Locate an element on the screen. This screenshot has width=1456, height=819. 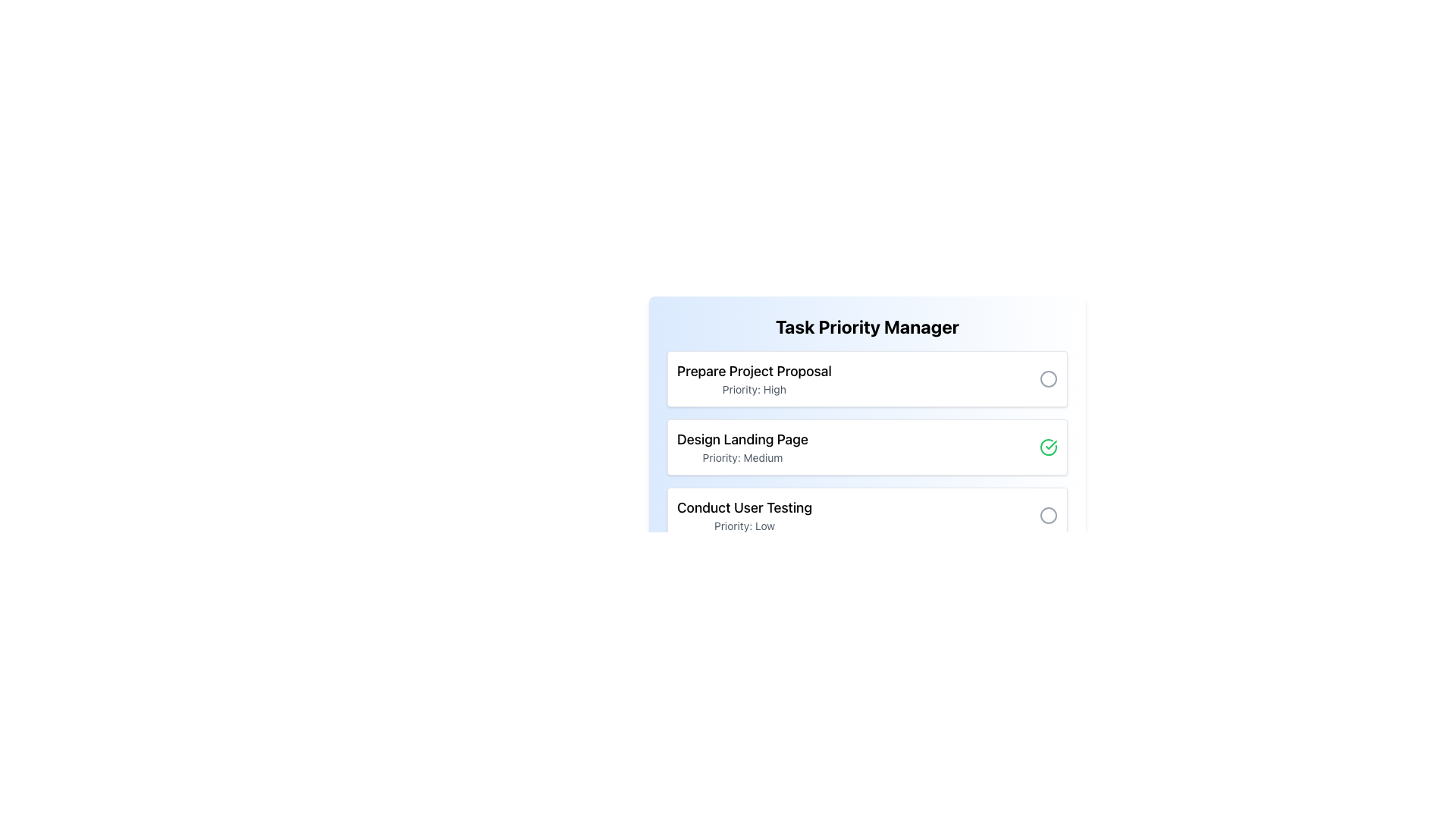
the text label displaying 'Priority: High', which is styled in smaller gray font and located below the title 'Prepare Project Proposal' is located at coordinates (754, 388).